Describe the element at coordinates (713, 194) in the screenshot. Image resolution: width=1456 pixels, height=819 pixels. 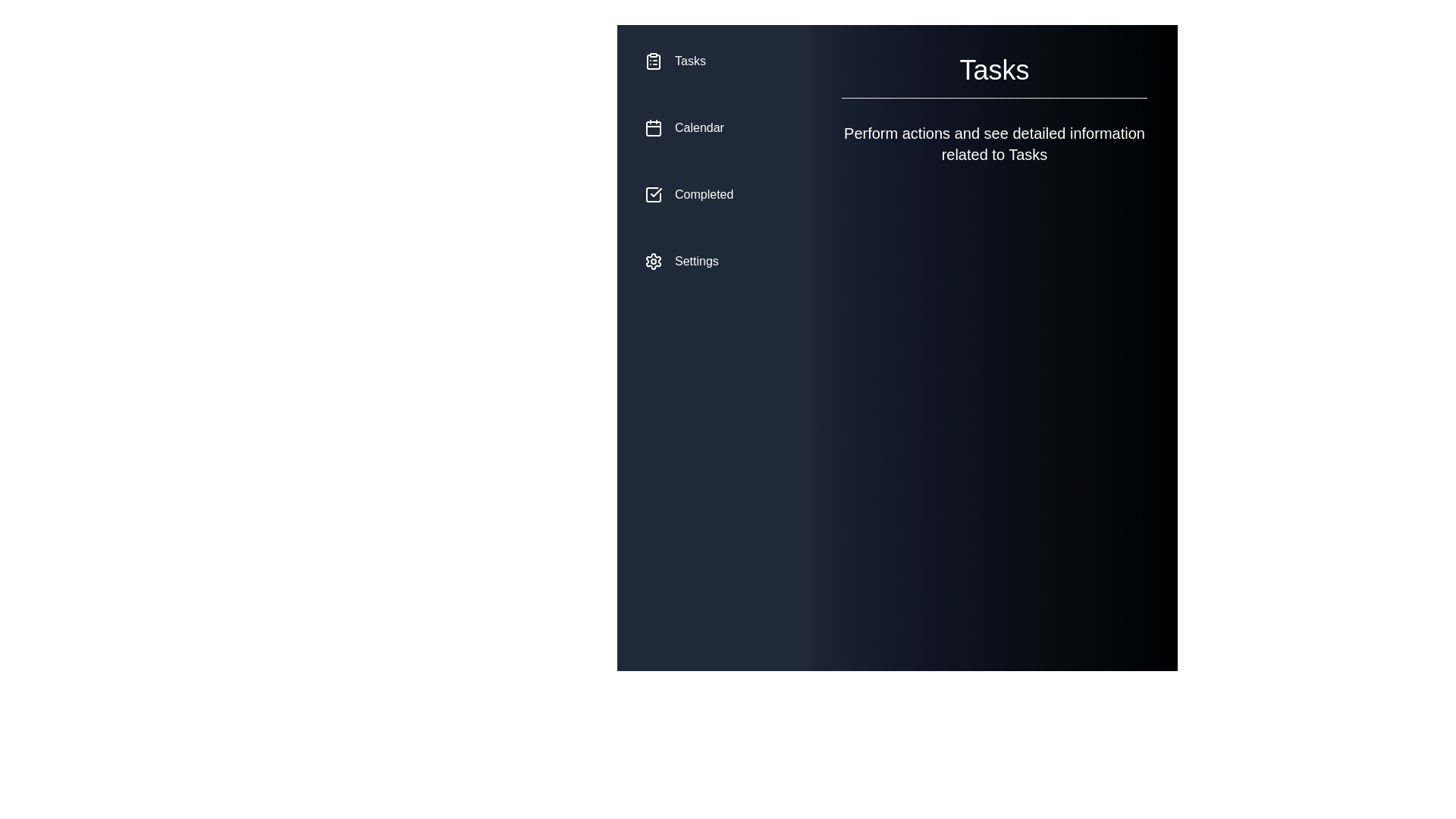
I see `the menu item Completed to preview its state` at that location.